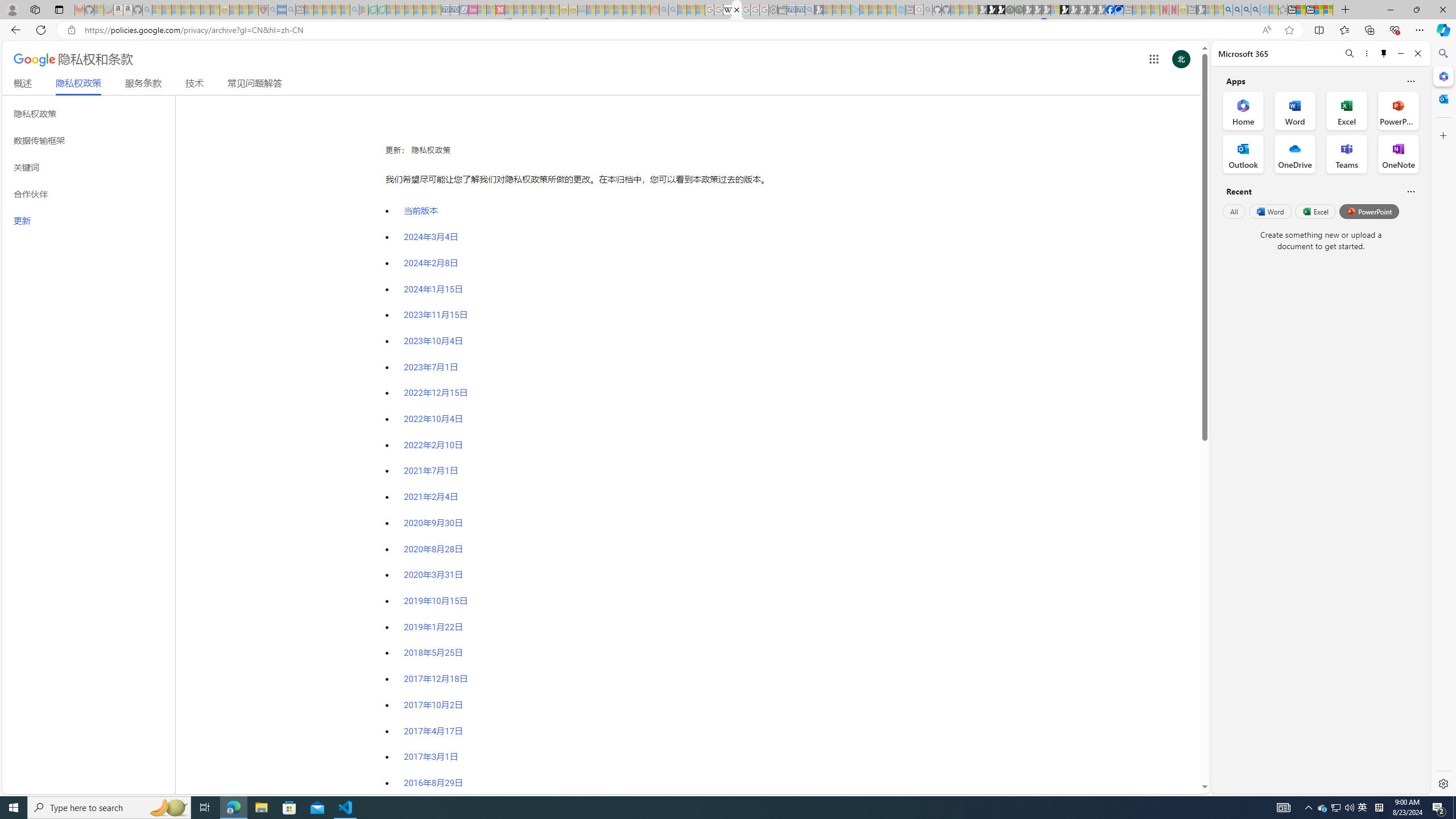 This screenshot has width=1456, height=819. What do you see at coordinates (1110, 9) in the screenshot?
I see `'Nordace | Facebook'` at bounding box center [1110, 9].